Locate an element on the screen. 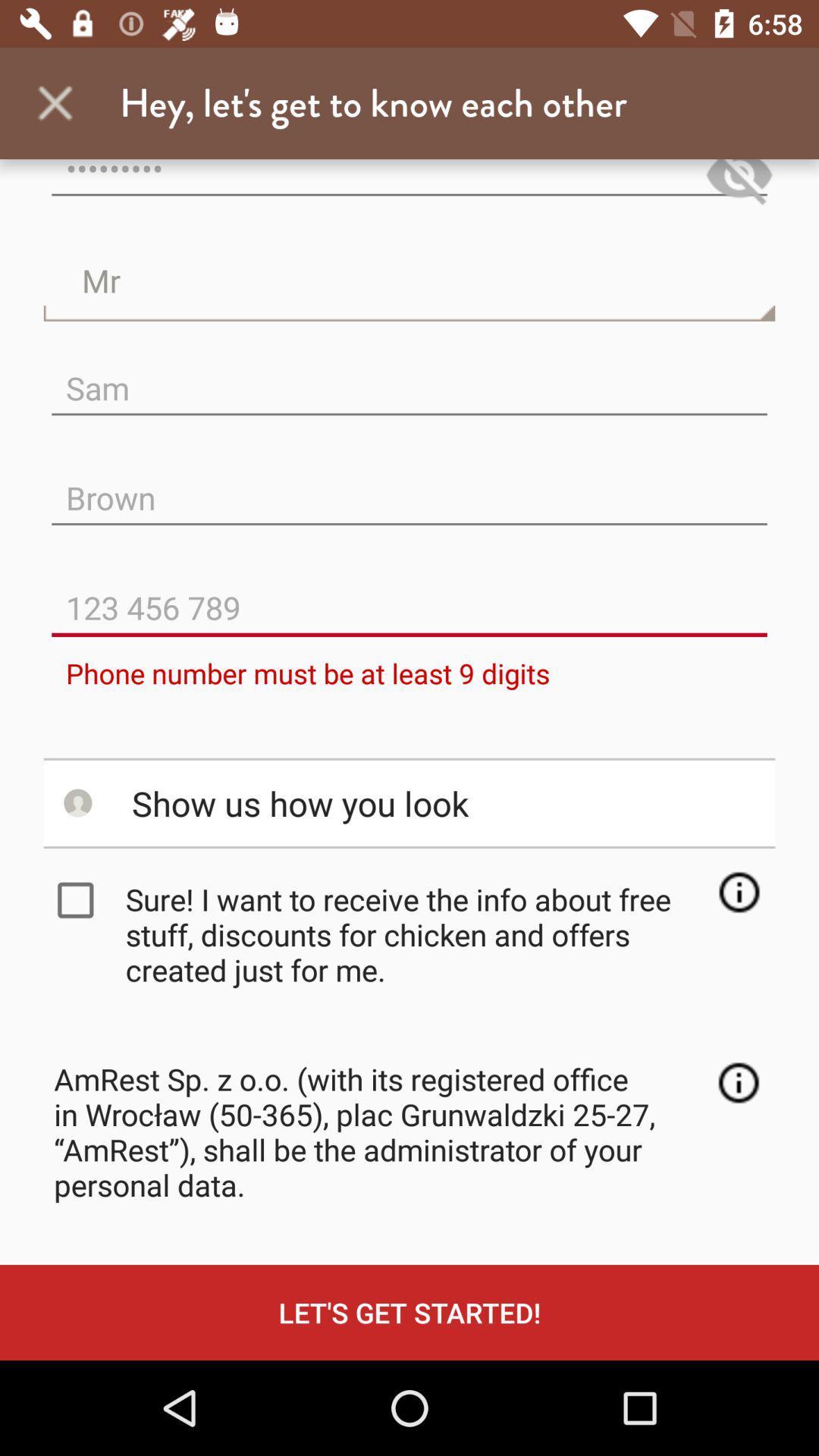 The width and height of the screenshot is (819, 1456). the info icon is located at coordinates (738, 892).